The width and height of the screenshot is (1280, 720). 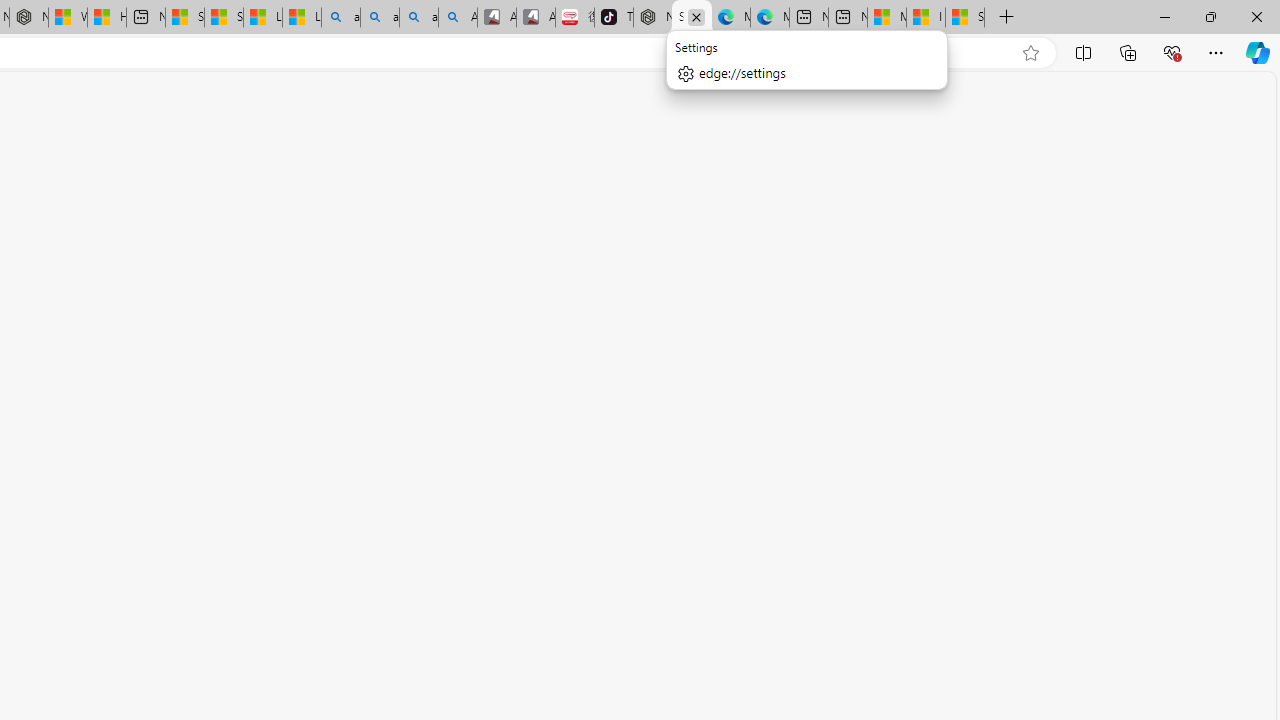 What do you see at coordinates (417, 17) in the screenshot?
I see `'amazon - Search Images'` at bounding box center [417, 17].